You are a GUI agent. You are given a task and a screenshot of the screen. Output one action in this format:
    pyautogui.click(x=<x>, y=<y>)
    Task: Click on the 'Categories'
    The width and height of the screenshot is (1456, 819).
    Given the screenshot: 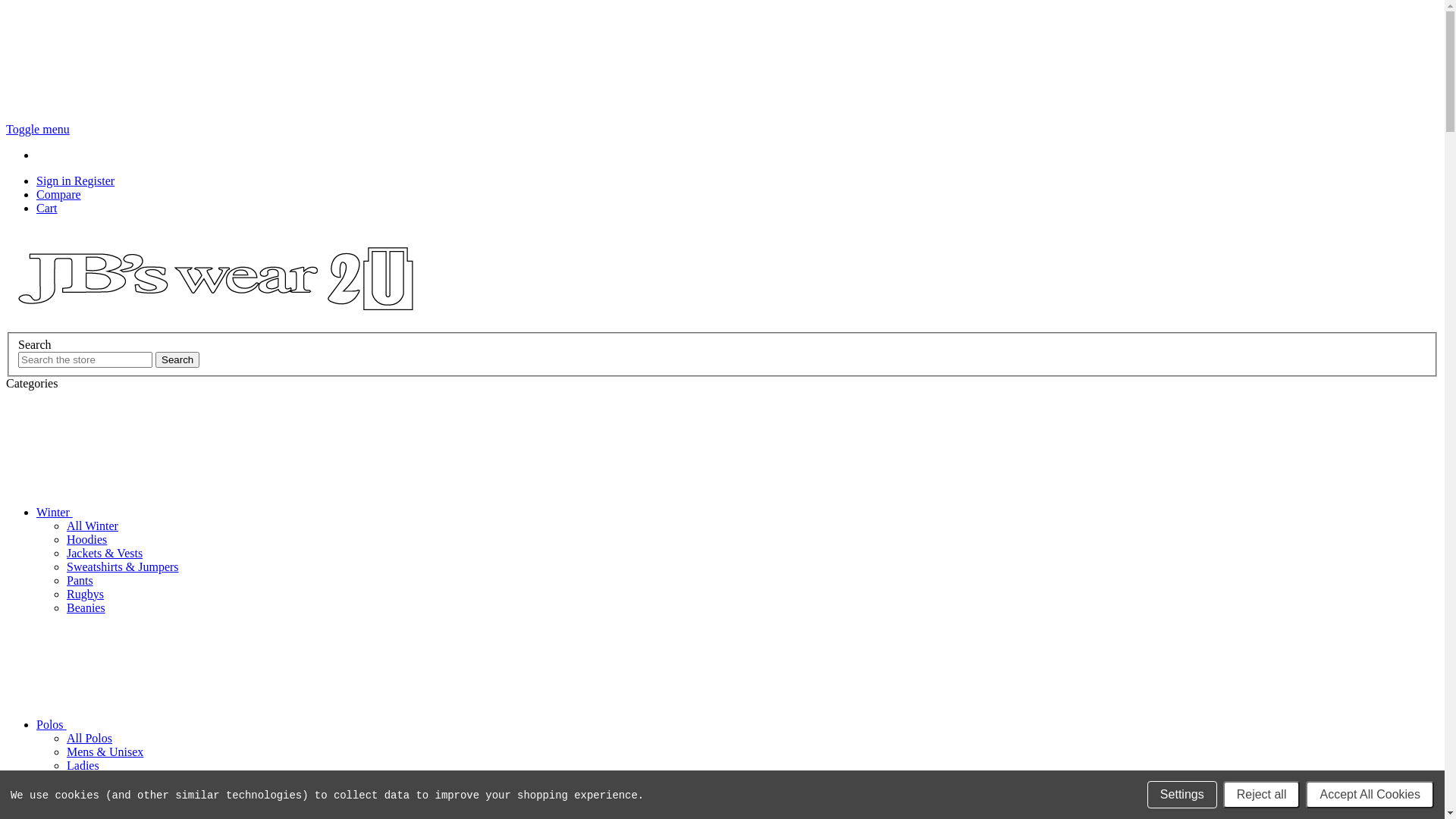 What is the action you would take?
    pyautogui.click(x=32, y=382)
    